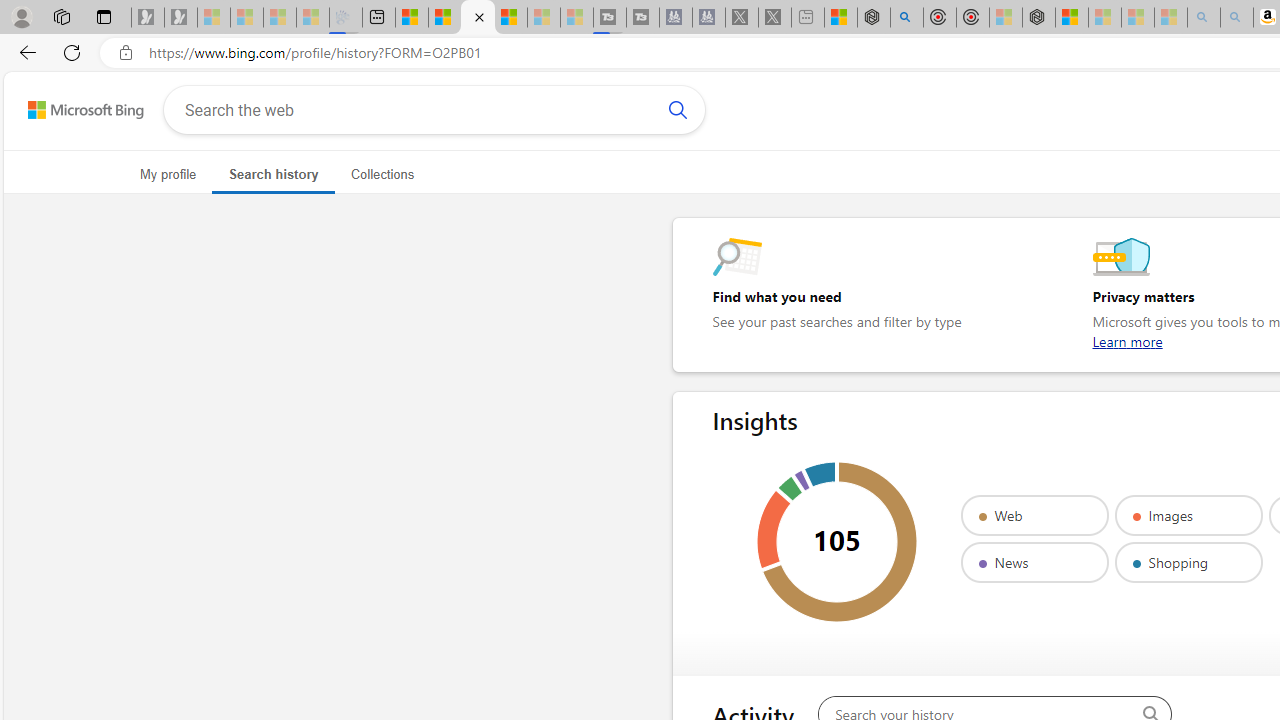 This screenshot has height=720, width=1280. I want to click on 'Newsletter Sign Up - Sleeping', so click(181, 17).